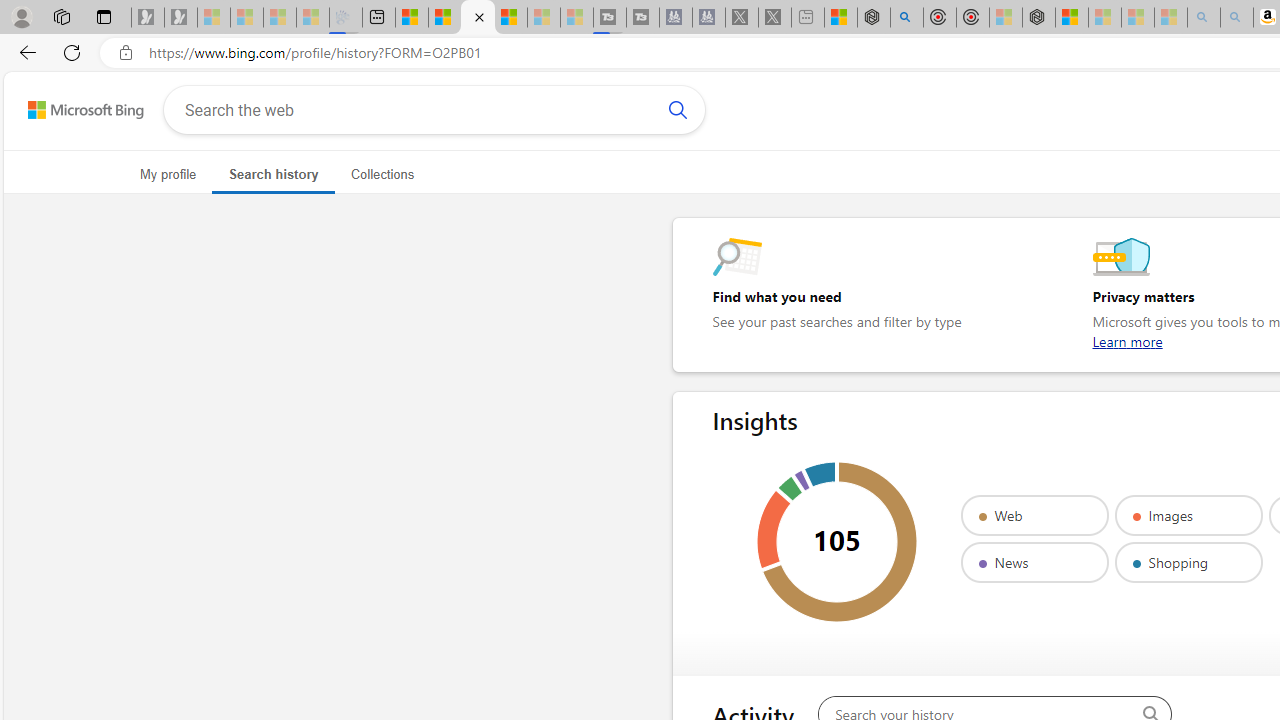 This screenshot has height=720, width=1280. I want to click on 'Newsletter Sign Up - Sleeping', so click(181, 17).